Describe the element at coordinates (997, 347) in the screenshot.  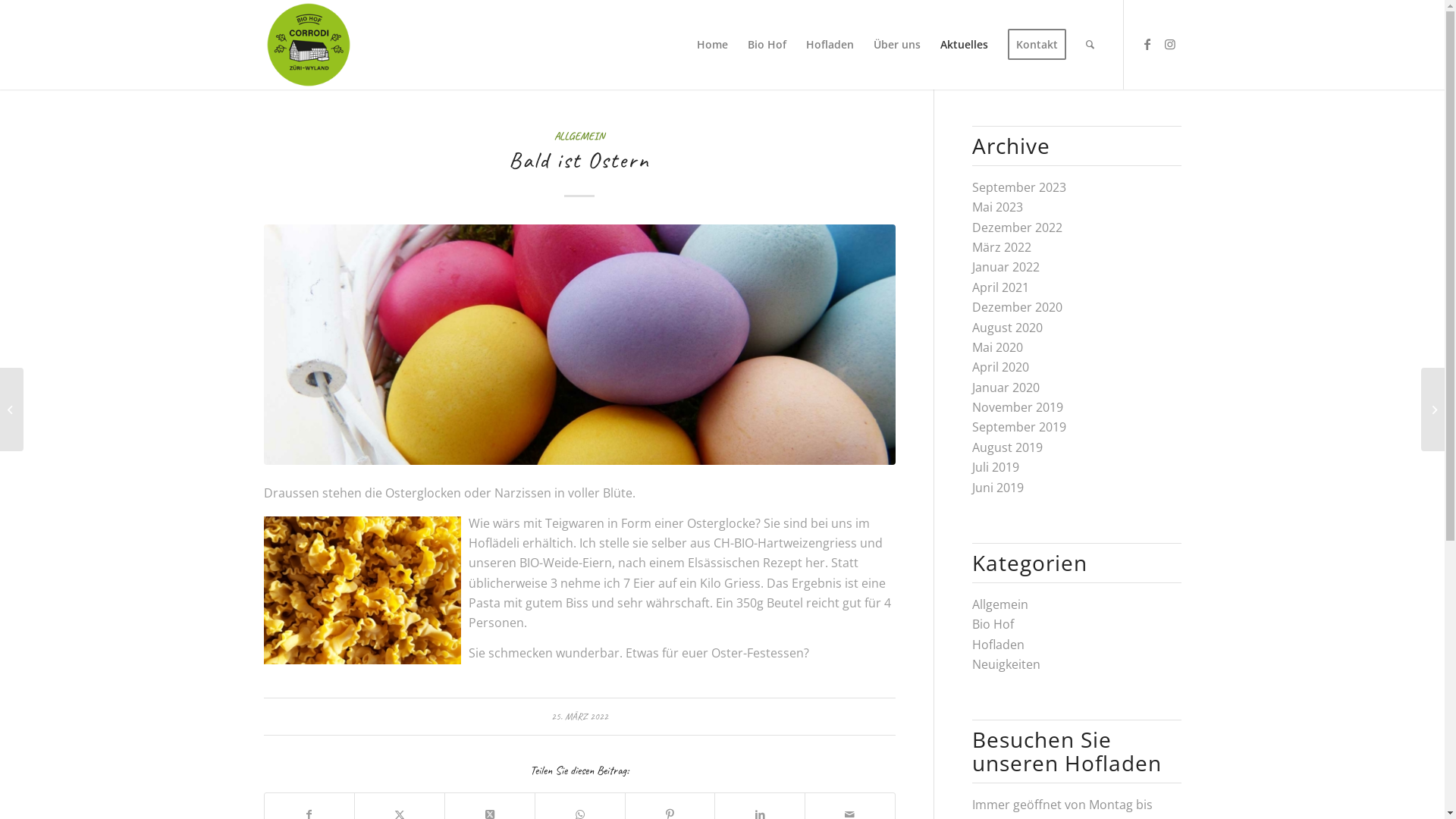
I see `'Mai 2020'` at that location.